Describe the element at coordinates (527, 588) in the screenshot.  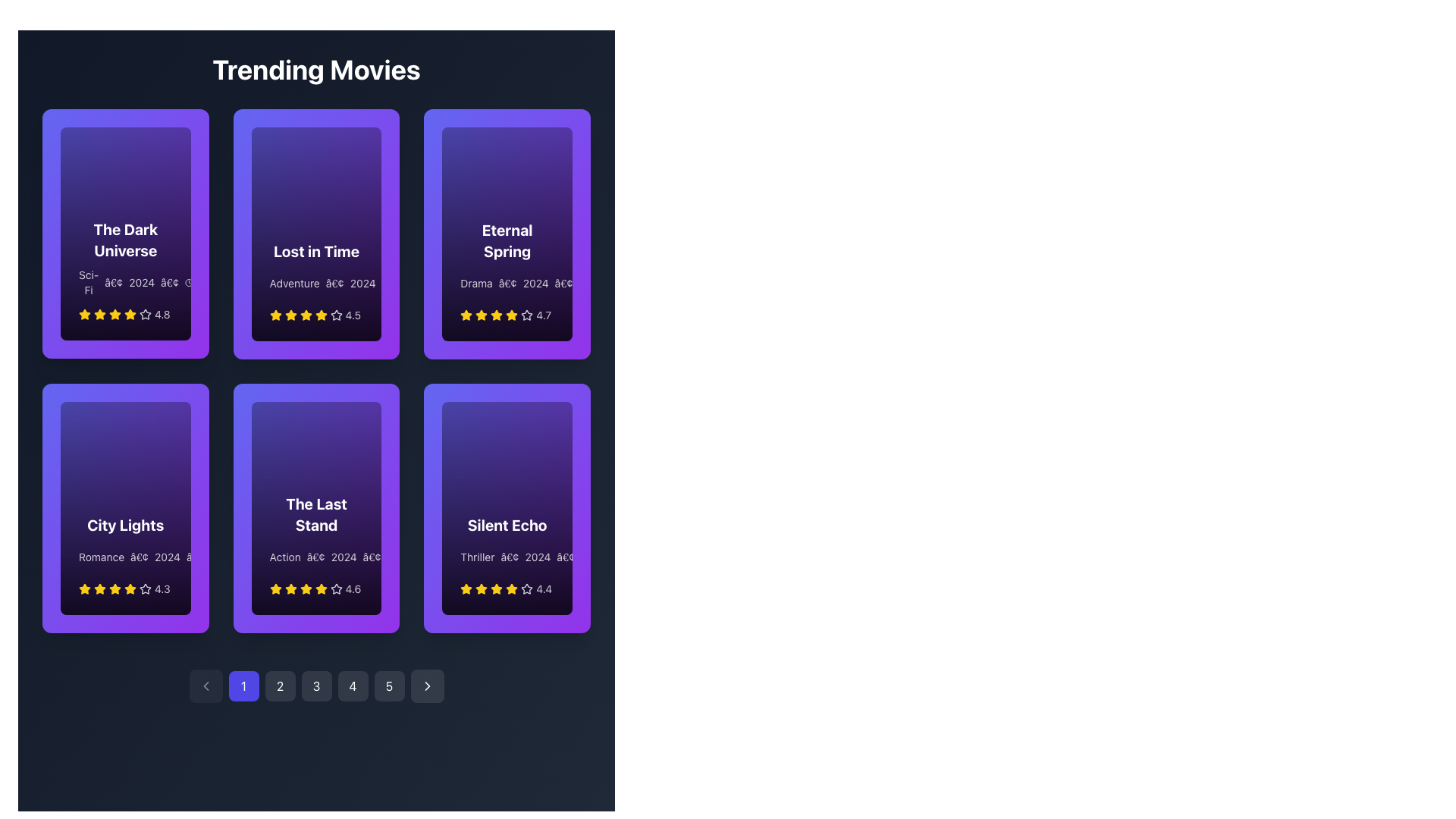
I see `the fifth outlined star icon in the star rating system located below the 'Silent Echo' card in the 'Trending Movies' section` at that location.